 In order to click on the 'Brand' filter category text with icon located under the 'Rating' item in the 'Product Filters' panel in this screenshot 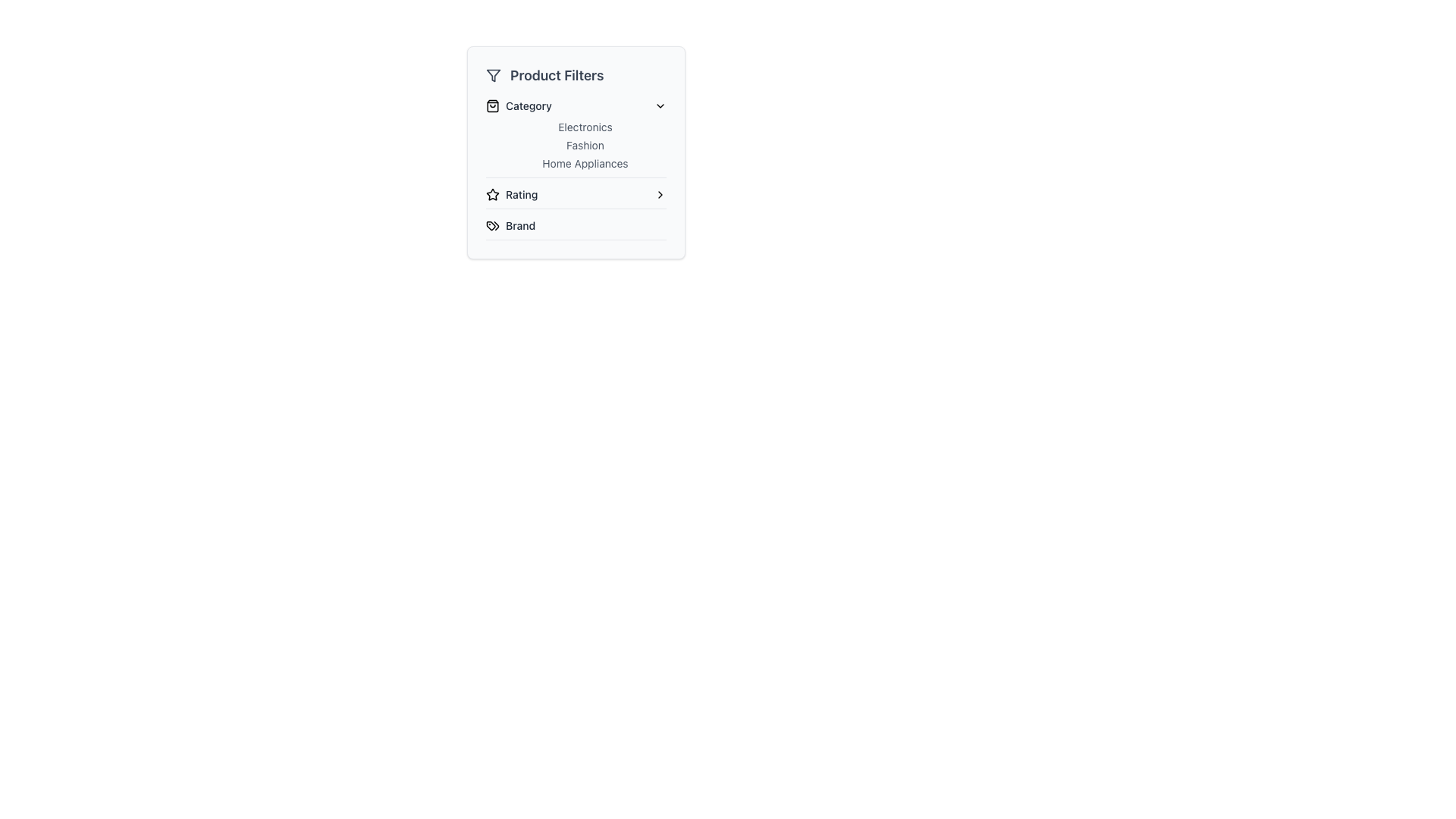, I will do `click(510, 225)`.